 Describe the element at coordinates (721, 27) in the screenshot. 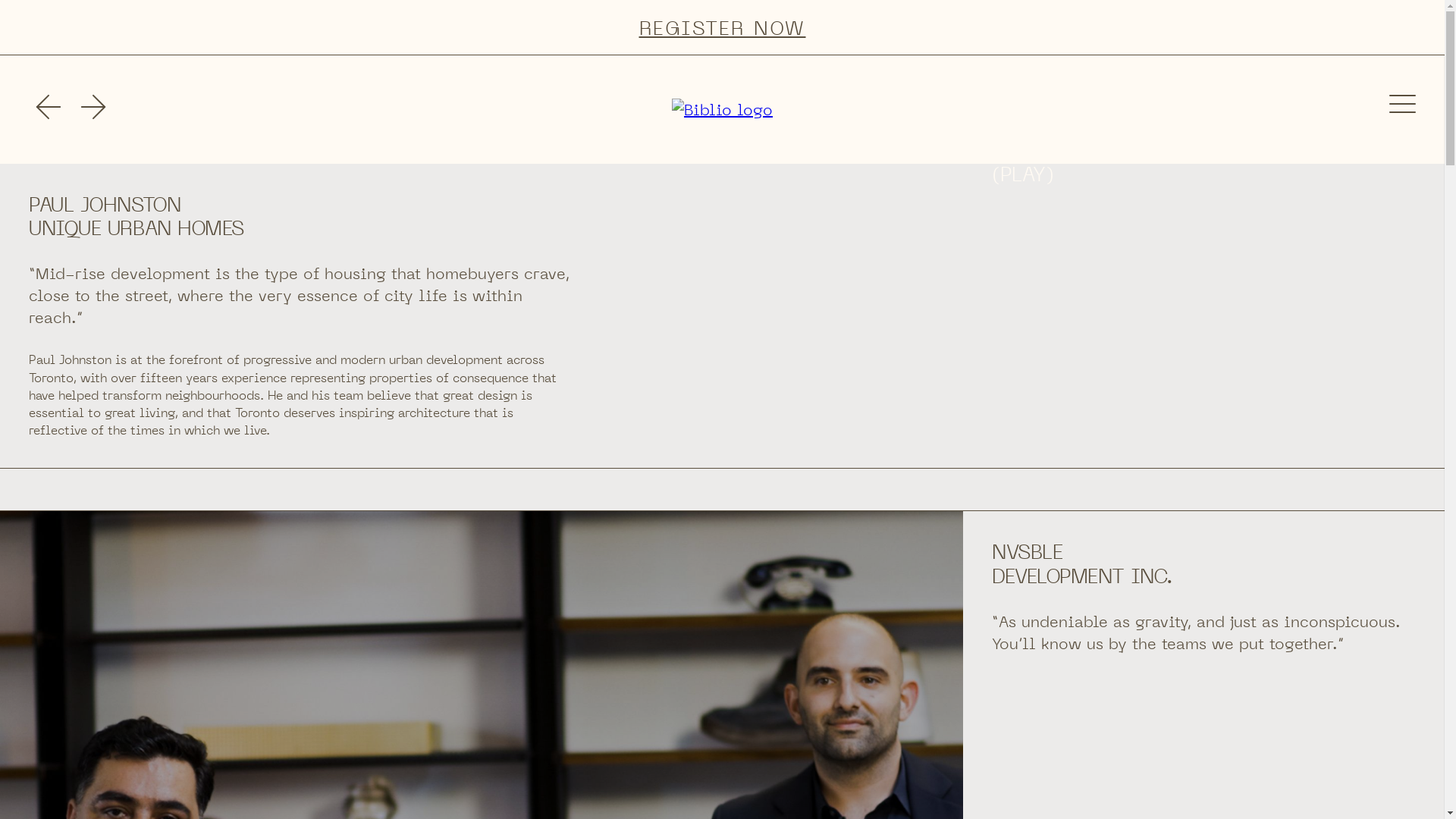

I see `'REGISTER NOW'` at that location.